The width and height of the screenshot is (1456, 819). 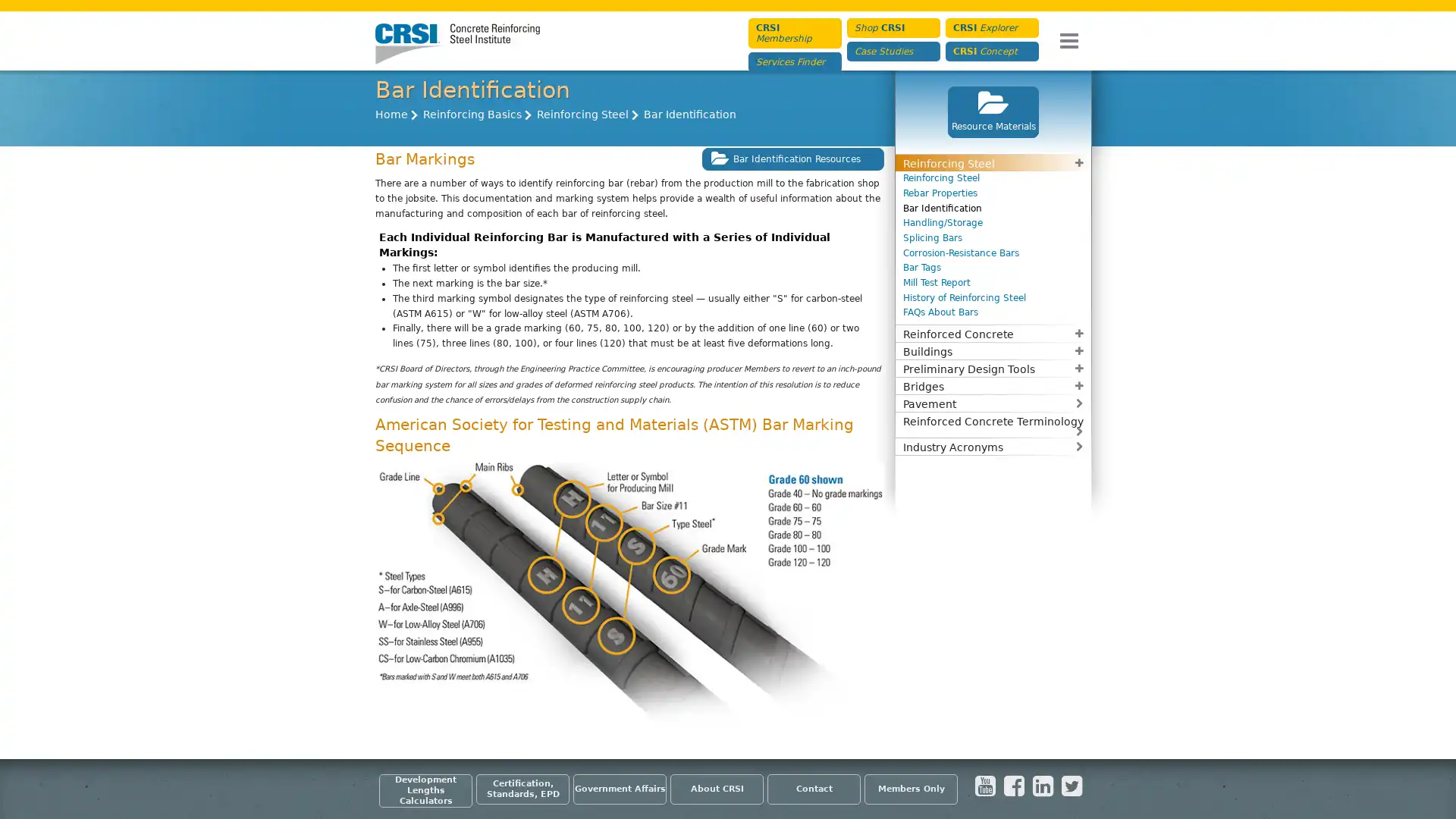 What do you see at coordinates (522, 788) in the screenshot?
I see `Certification, Standards, EPD` at bounding box center [522, 788].